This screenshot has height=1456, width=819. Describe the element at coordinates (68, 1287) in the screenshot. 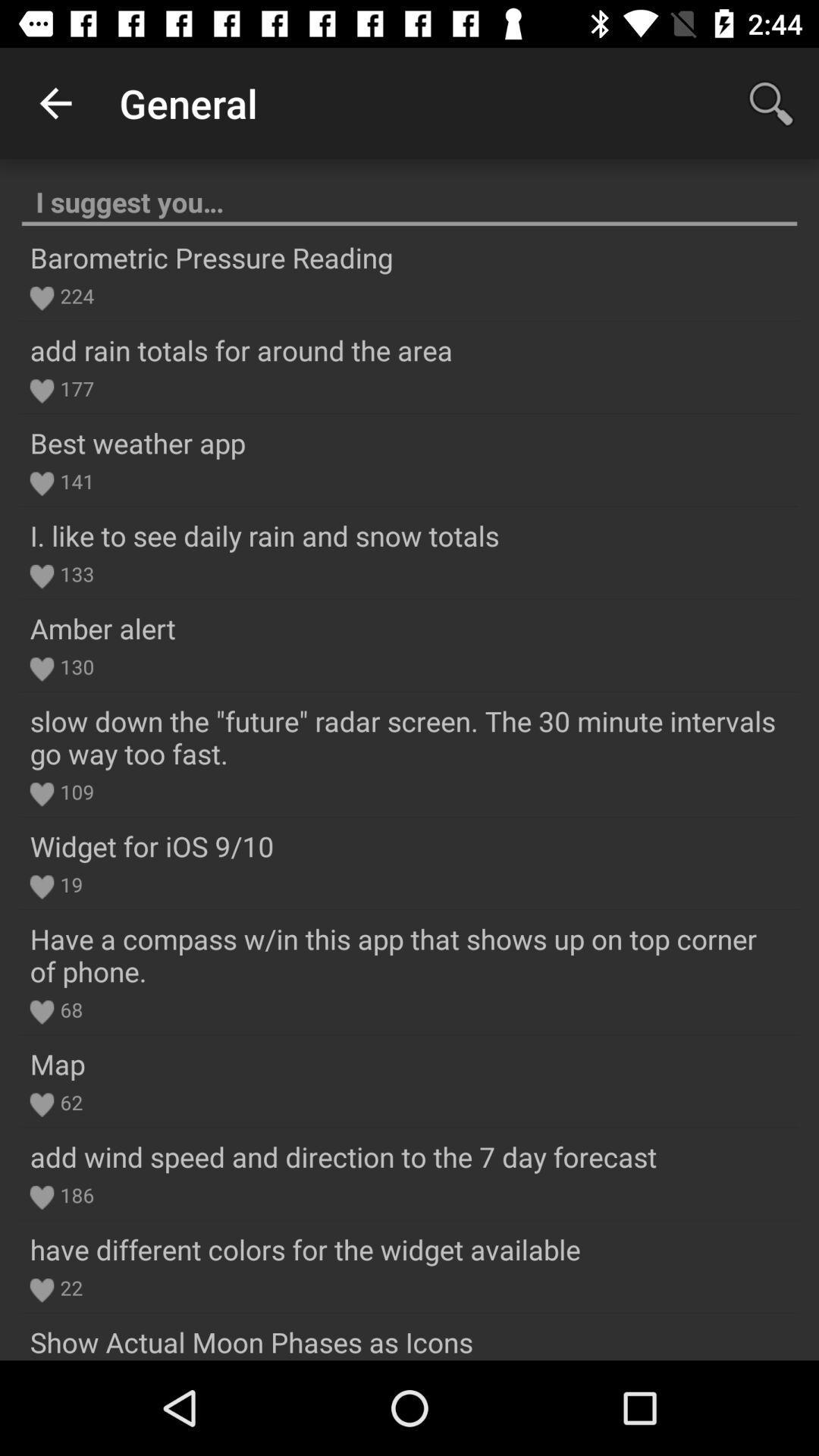

I see `22 item` at that location.